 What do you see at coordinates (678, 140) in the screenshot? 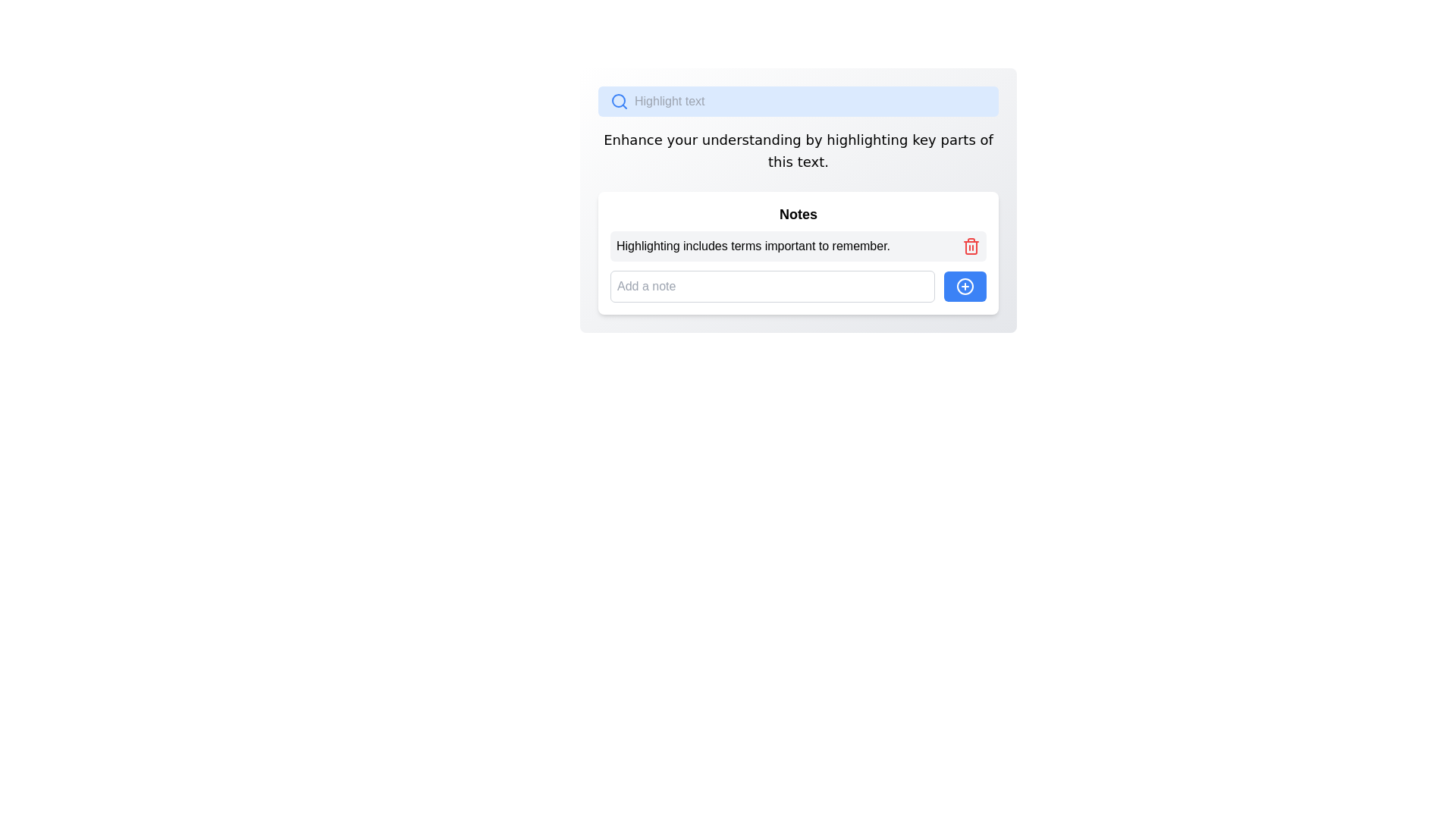
I see `the static character 'o' in the word 'your' within the instructional sentence 'Enhance your understanding by highlighting key parts of this text.'` at bounding box center [678, 140].